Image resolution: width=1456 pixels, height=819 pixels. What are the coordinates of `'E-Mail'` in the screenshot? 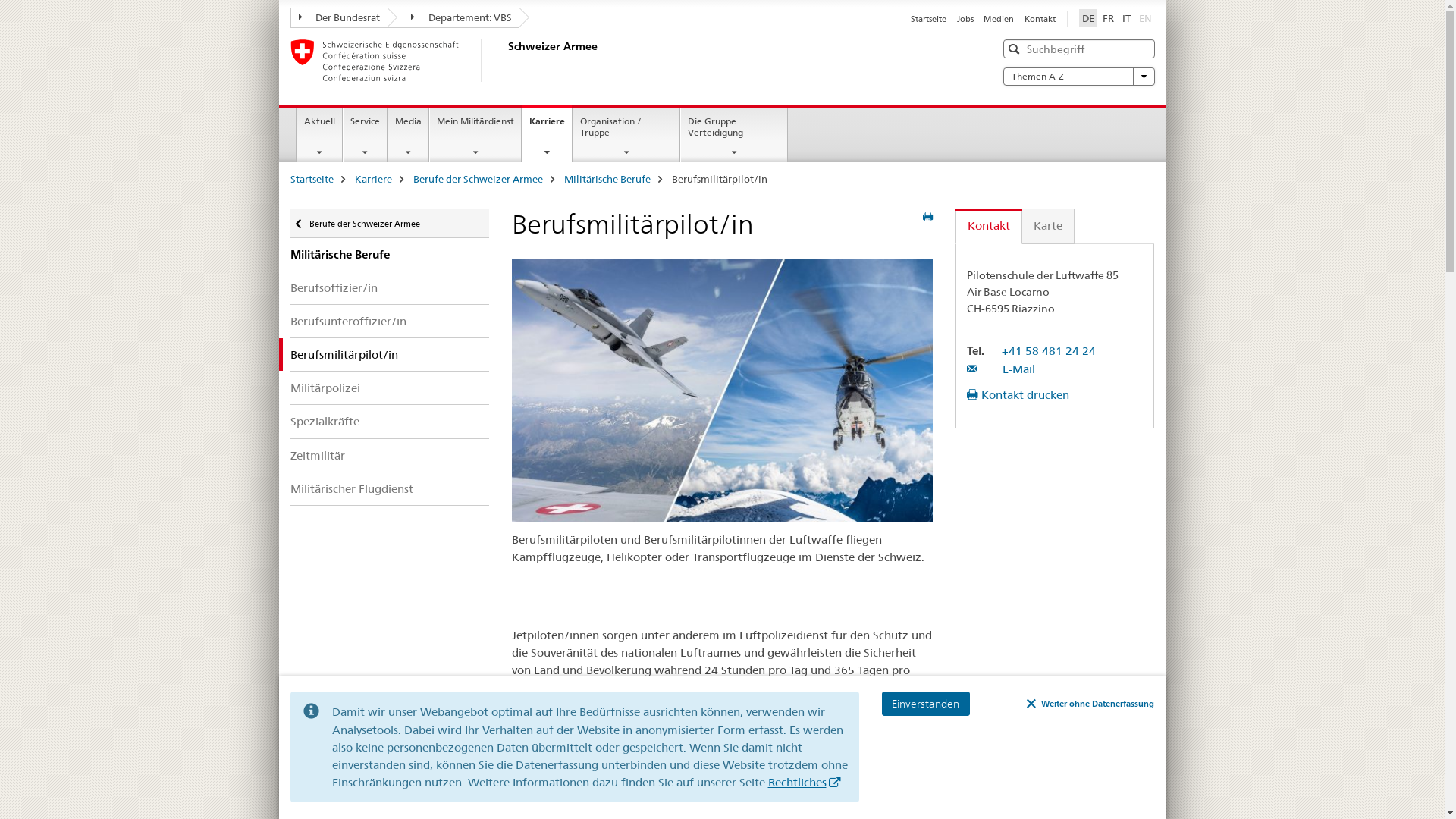 It's located at (1001, 369).